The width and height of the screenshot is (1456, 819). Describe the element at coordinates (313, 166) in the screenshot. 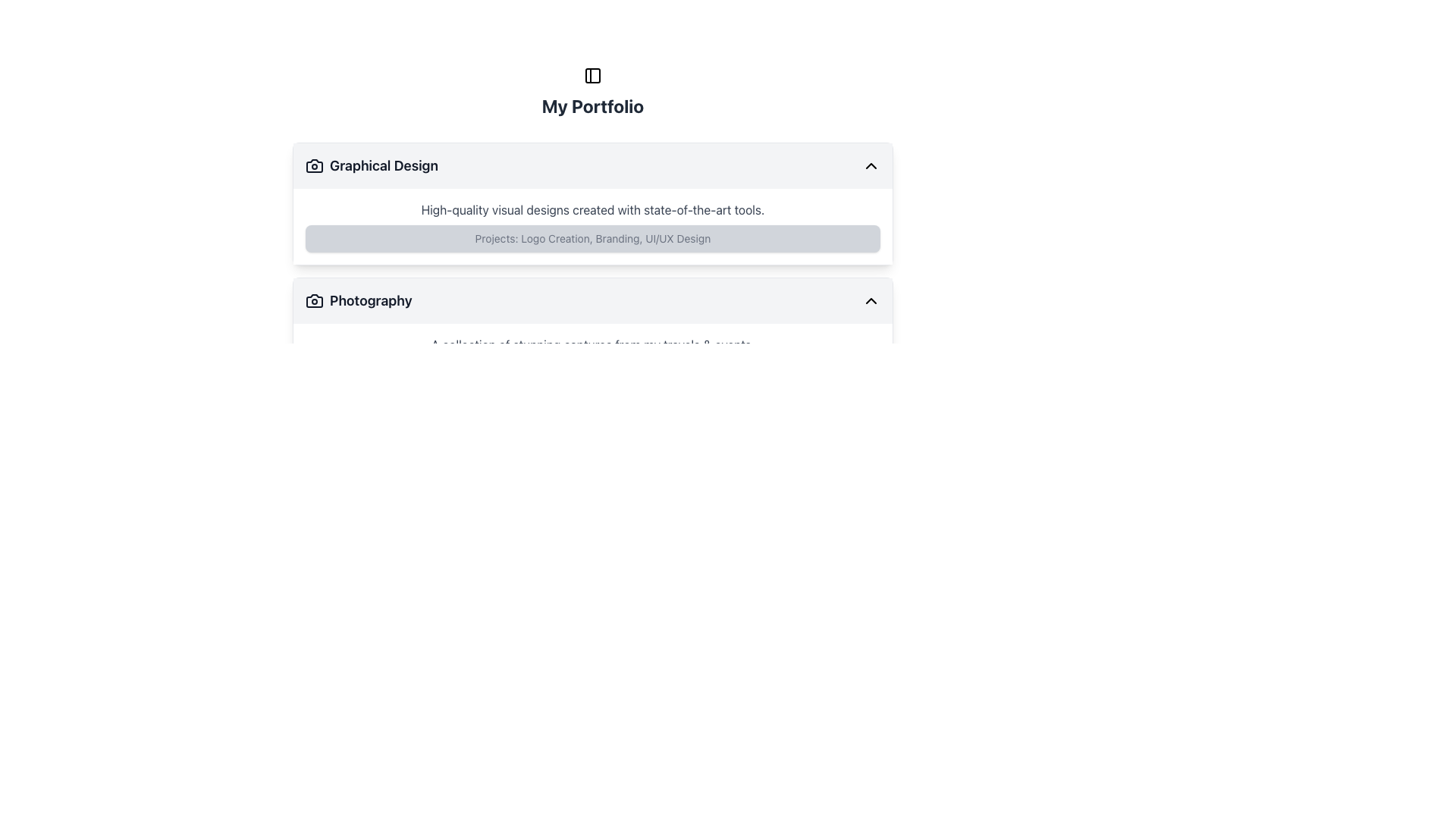

I see `the camera icon element located near the top left of the section header labeled 'Graphical Design'` at that location.